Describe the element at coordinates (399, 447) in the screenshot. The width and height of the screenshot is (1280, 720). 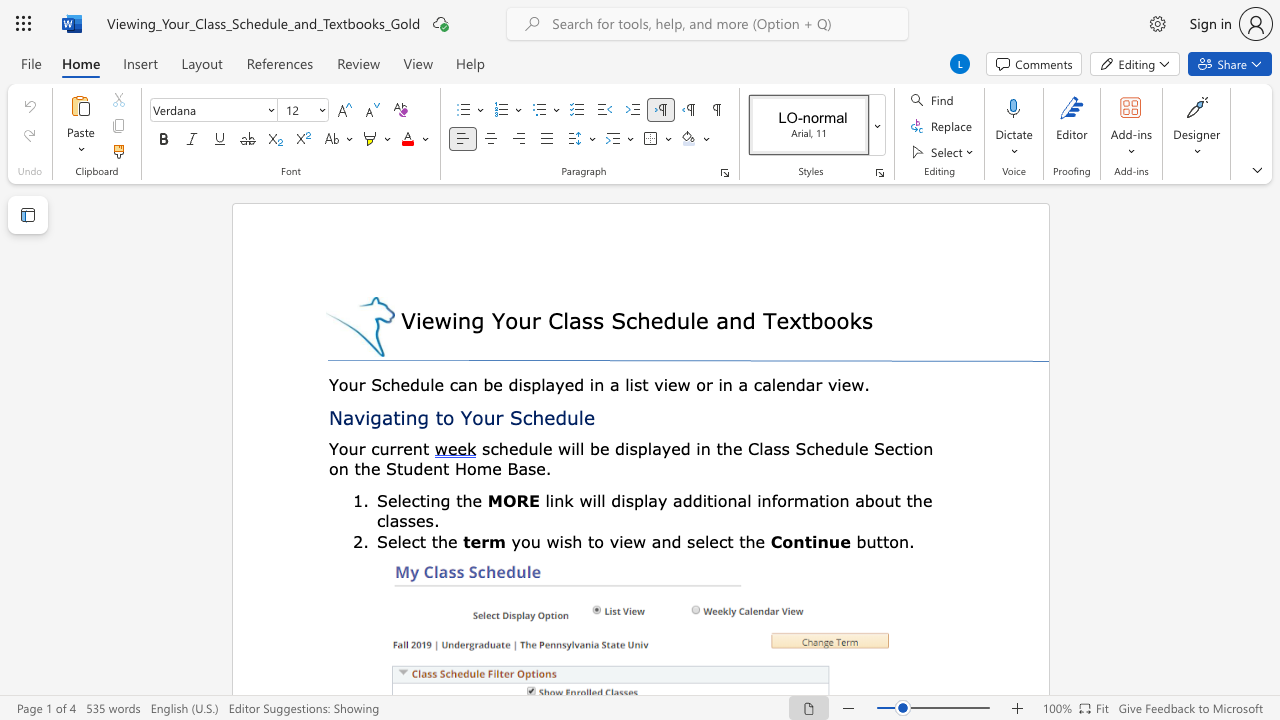
I see `the 3th character "r" in the text` at that location.